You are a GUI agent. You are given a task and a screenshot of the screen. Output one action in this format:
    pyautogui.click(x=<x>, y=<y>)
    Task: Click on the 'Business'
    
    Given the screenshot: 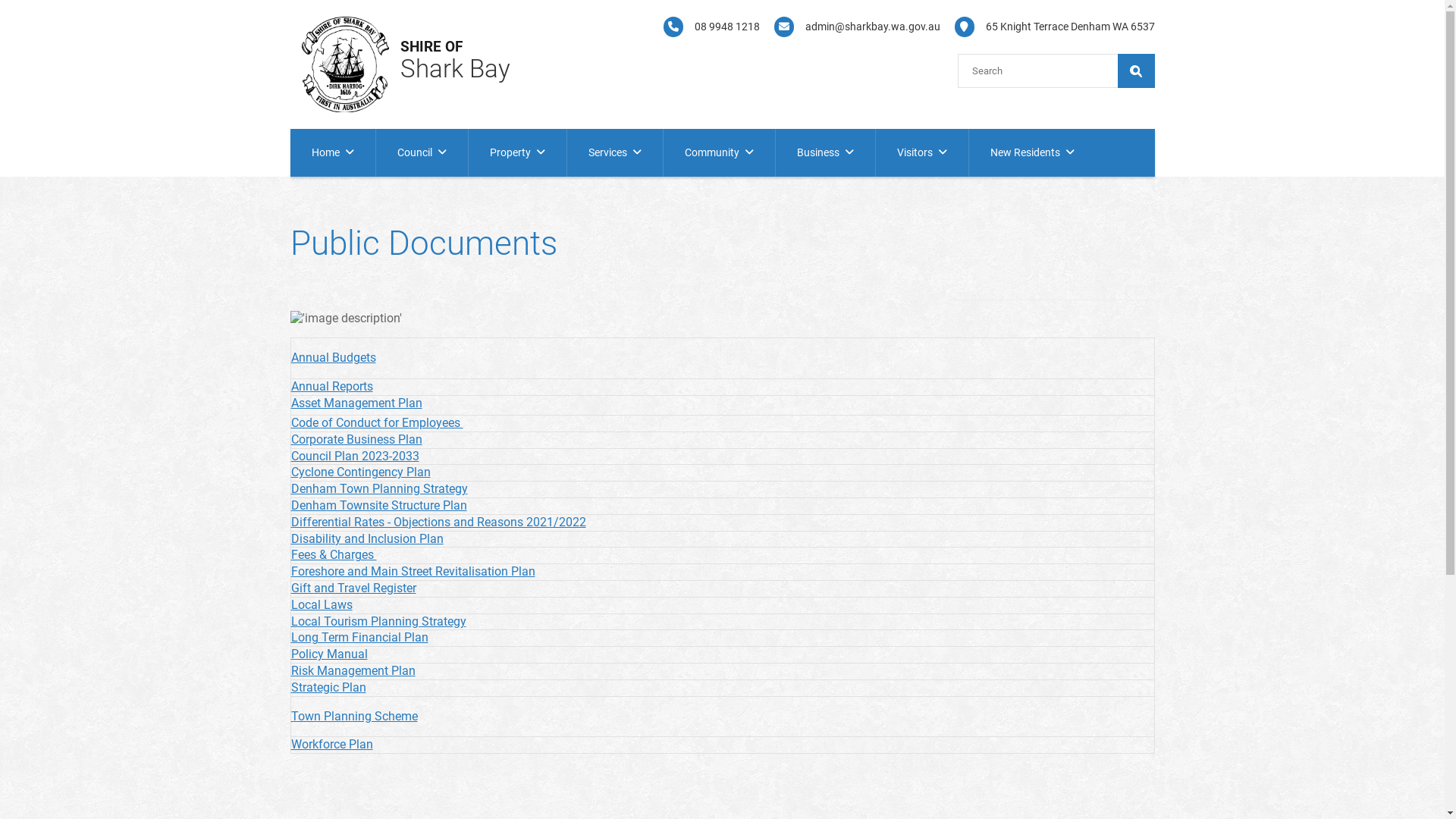 What is the action you would take?
    pyautogui.click(x=824, y=152)
    